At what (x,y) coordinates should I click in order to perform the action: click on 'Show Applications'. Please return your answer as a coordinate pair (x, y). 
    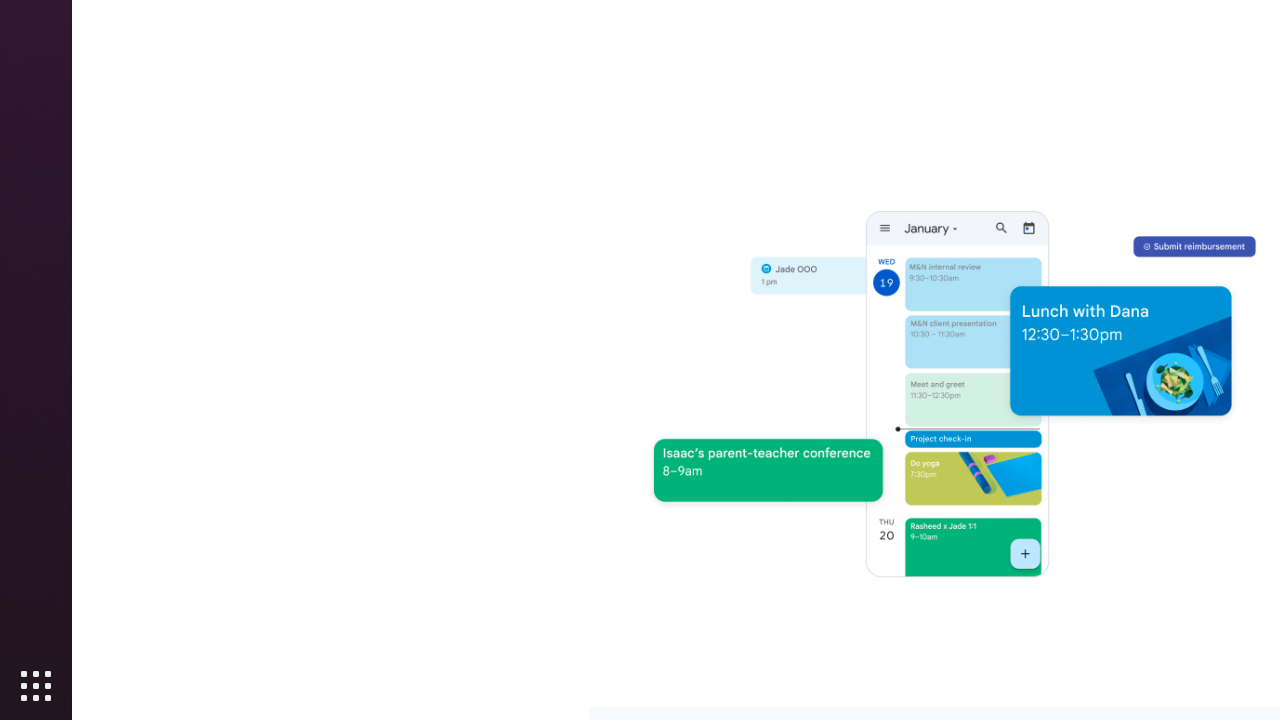
    Looking at the image, I should click on (35, 685).